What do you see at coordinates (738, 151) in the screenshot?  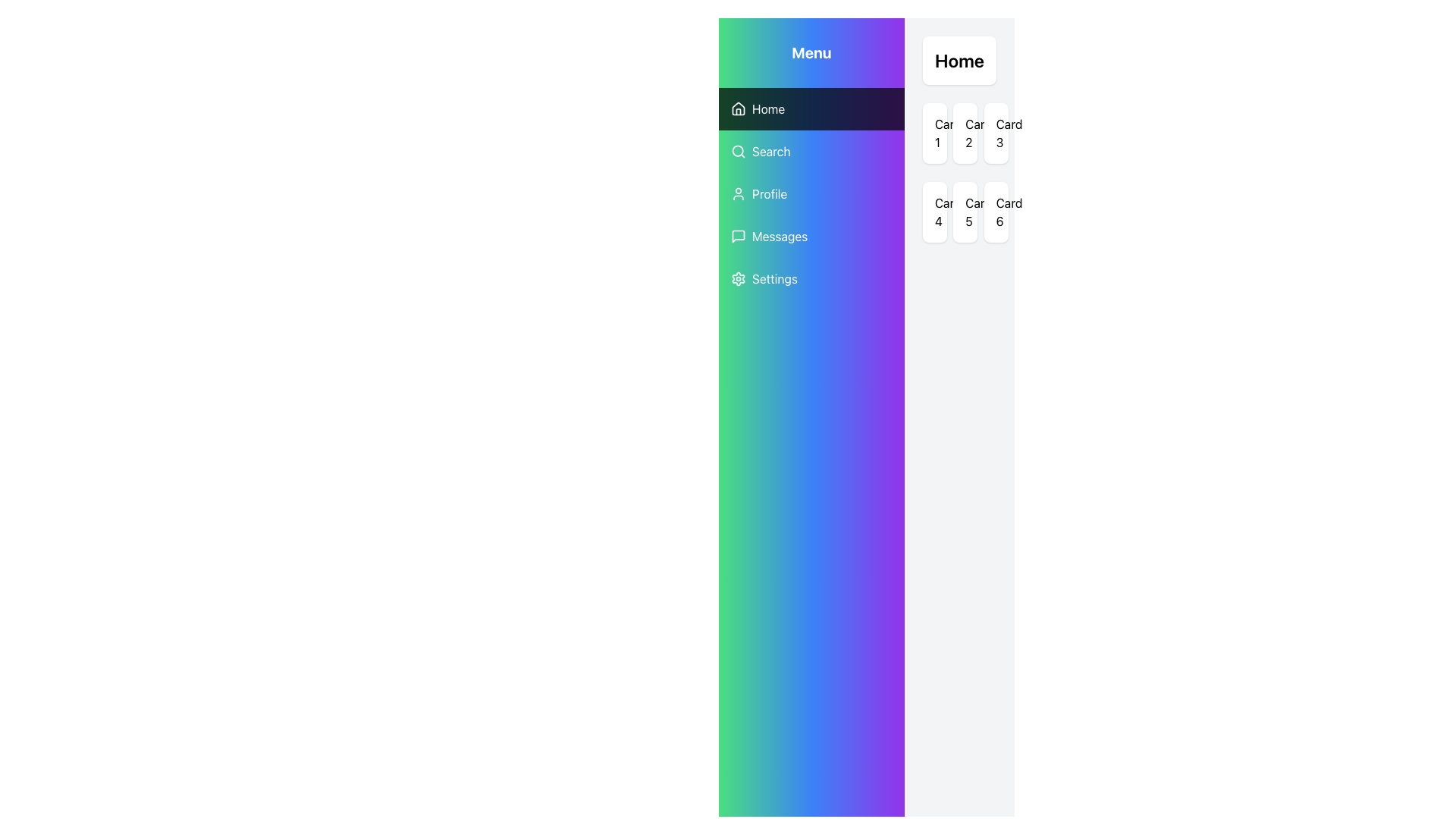 I see `the circular search icon element located in the left sidebar navigation menu, which is the second item labeled 'Search'` at bounding box center [738, 151].